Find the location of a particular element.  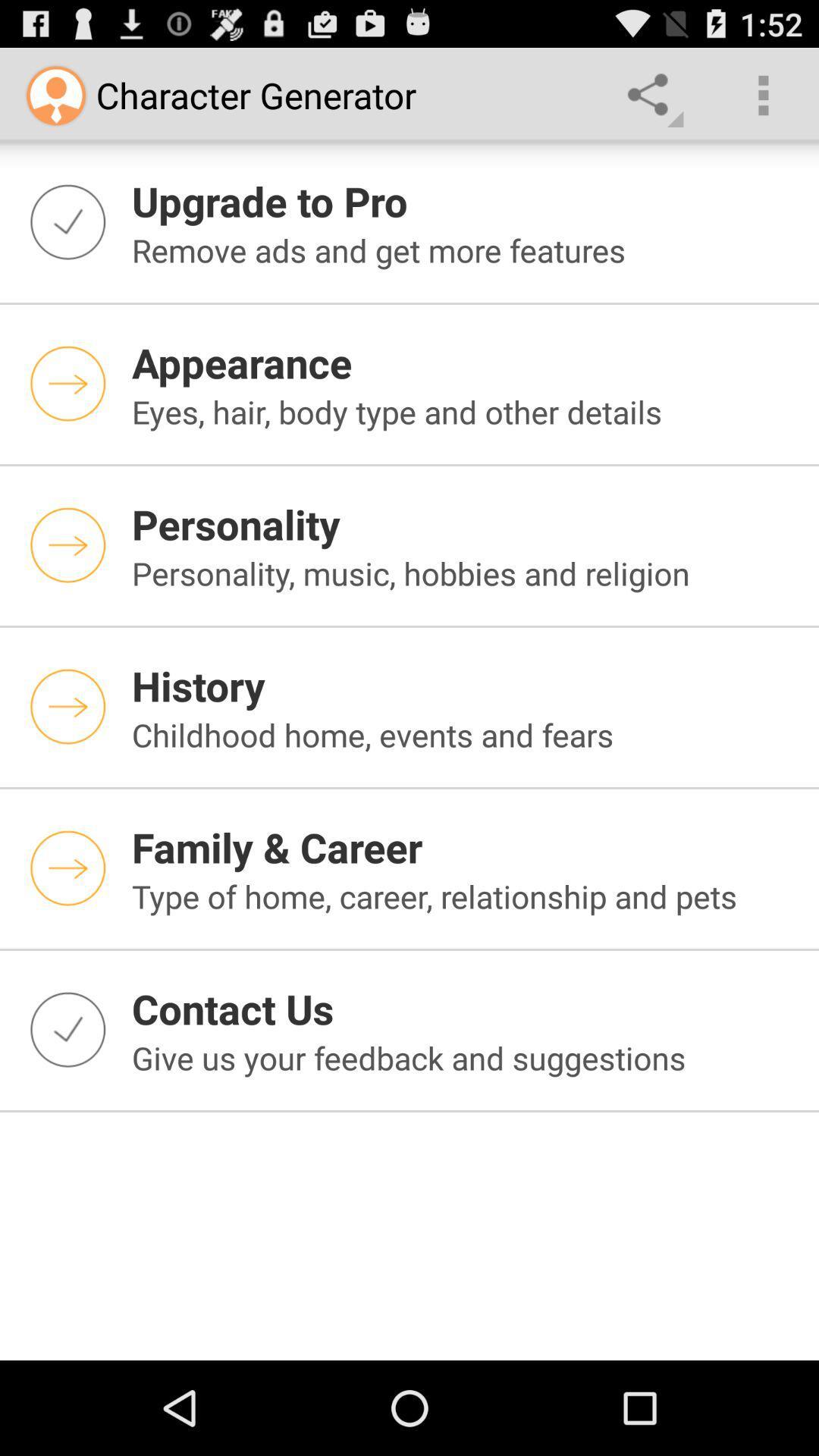

the icon above personality icon is located at coordinates (465, 411).